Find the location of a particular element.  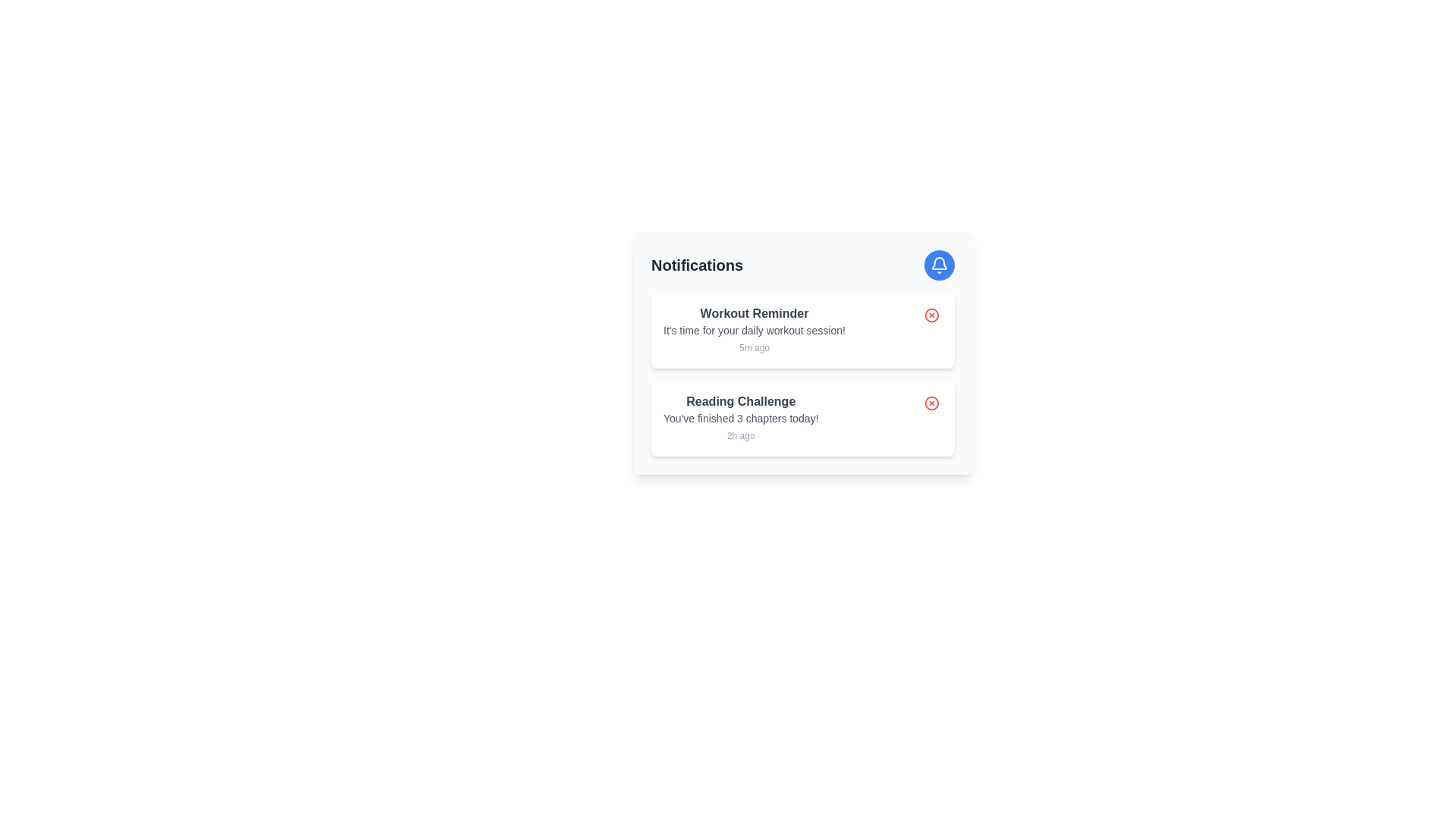

the Icon button with a bell symbol located in the top-right corner of the Notifications panel is located at coordinates (938, 265).